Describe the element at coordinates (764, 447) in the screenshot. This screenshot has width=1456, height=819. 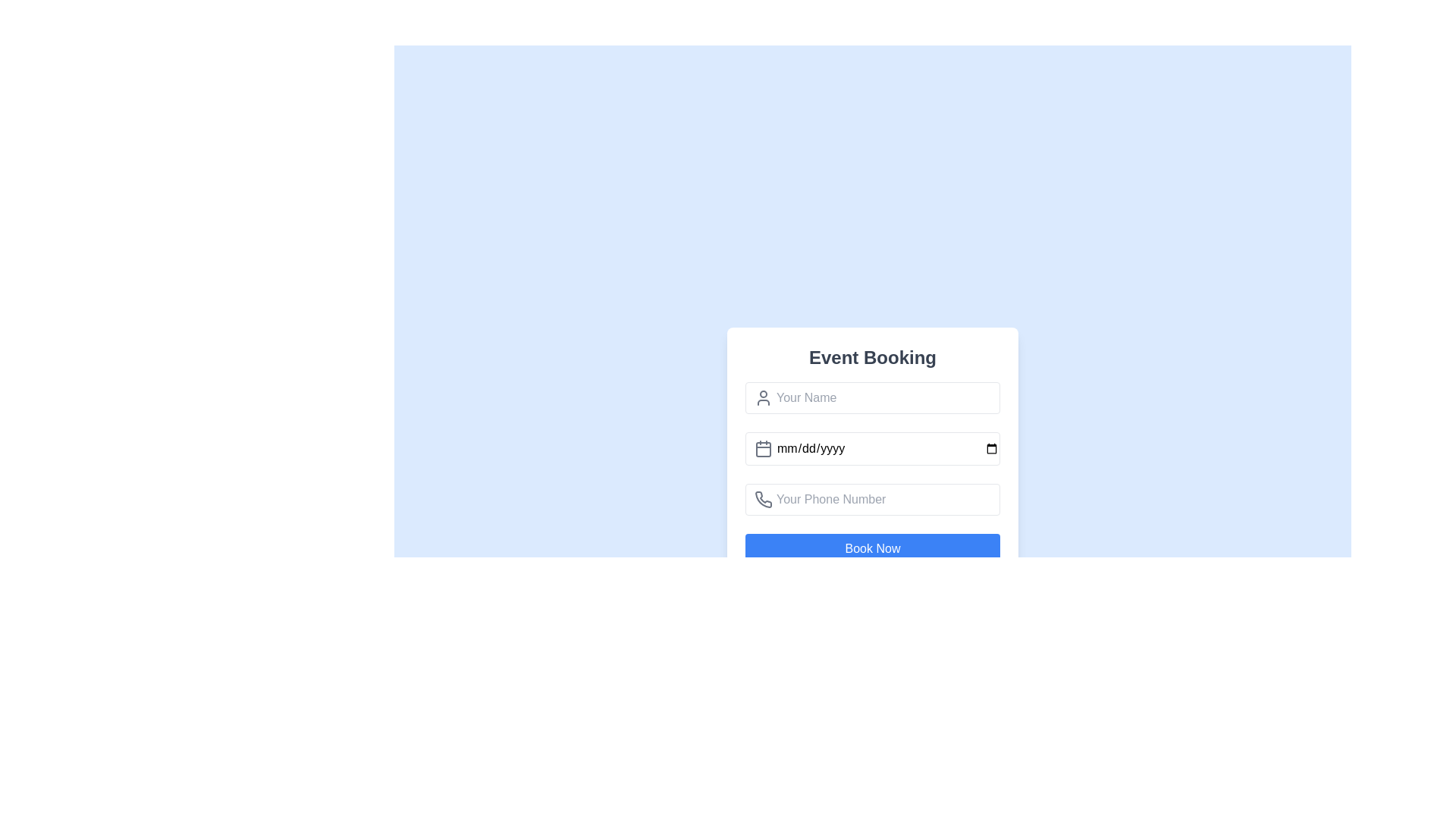
I see `the associated date input field indirectly by interacting with the Calendar icon positioned at the leftmost side of the date selection input field` at that location.